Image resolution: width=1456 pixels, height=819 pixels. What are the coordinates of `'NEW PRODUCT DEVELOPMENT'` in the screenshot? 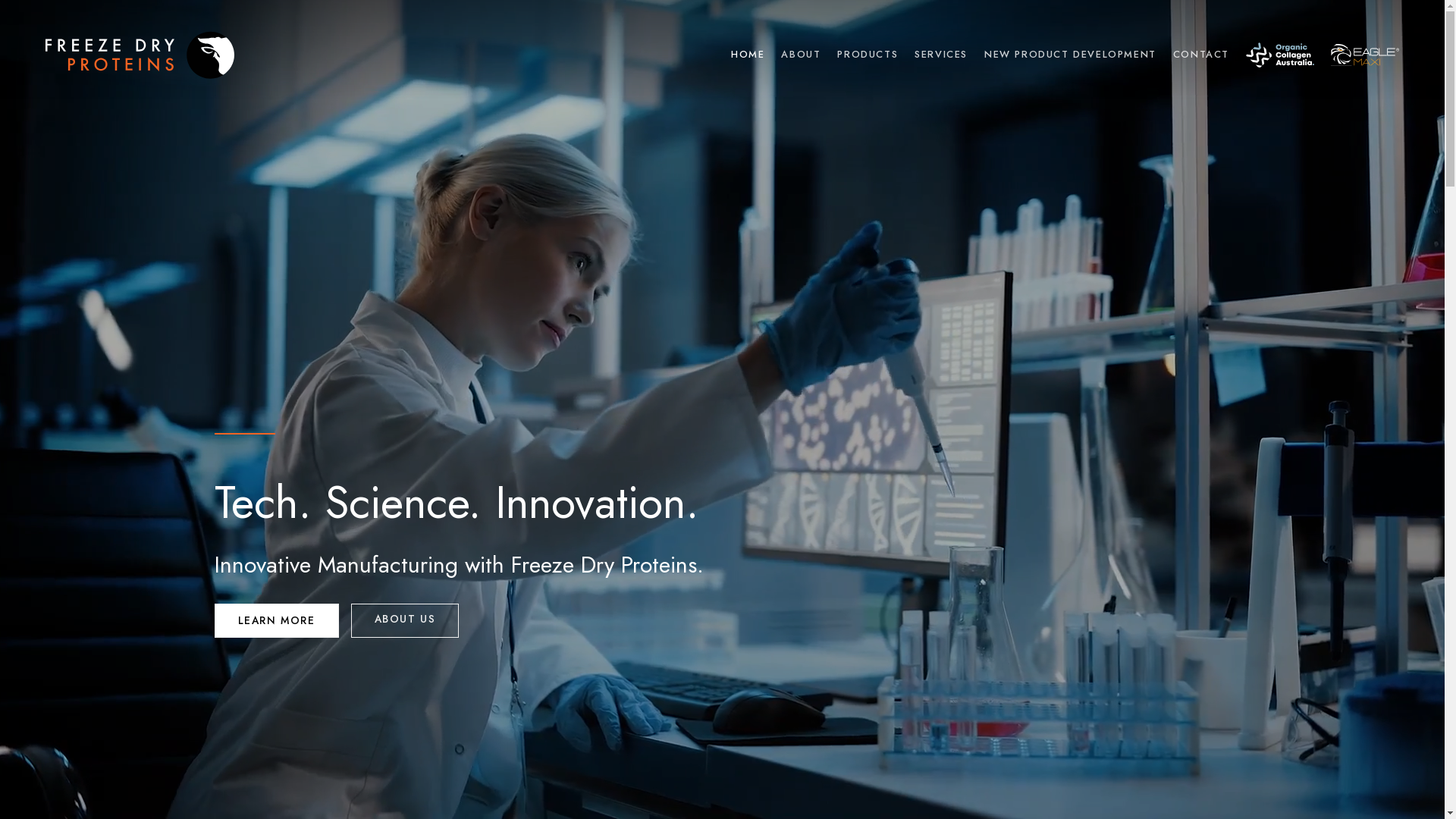 It's located at (1069, 54).